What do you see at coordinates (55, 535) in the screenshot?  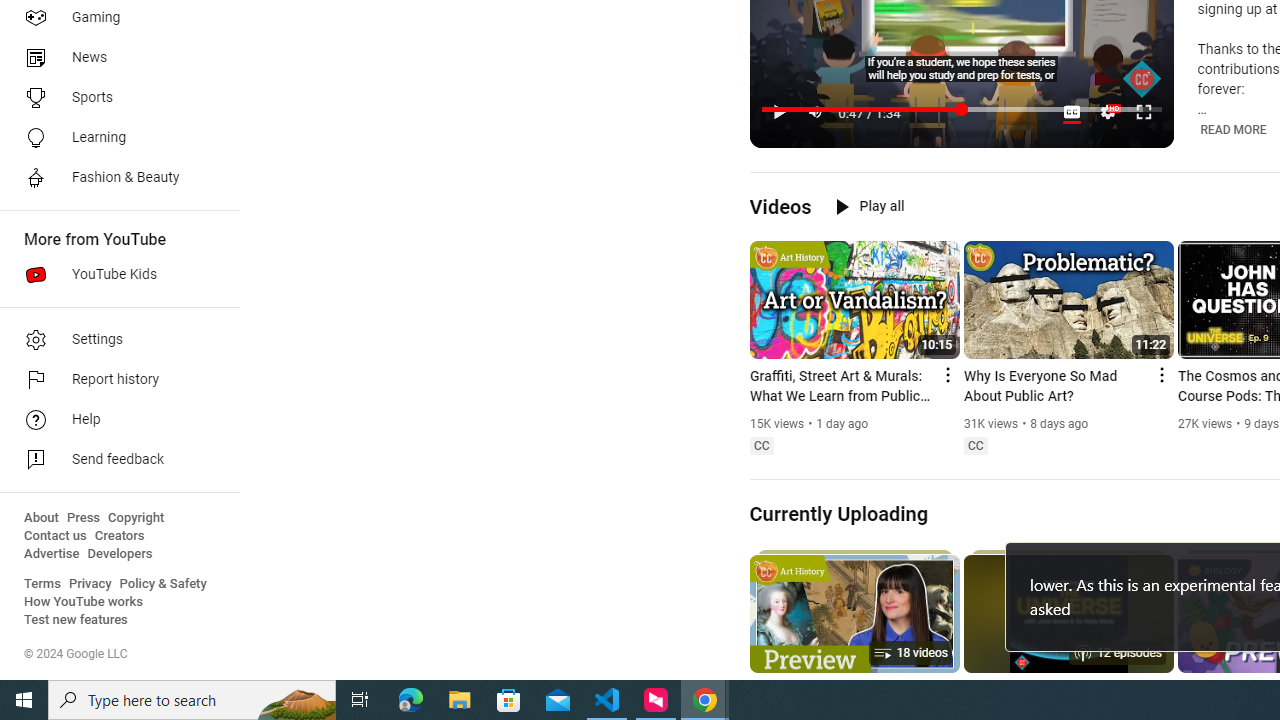 I see `'Contact us'` at bounding box center [55, 535].